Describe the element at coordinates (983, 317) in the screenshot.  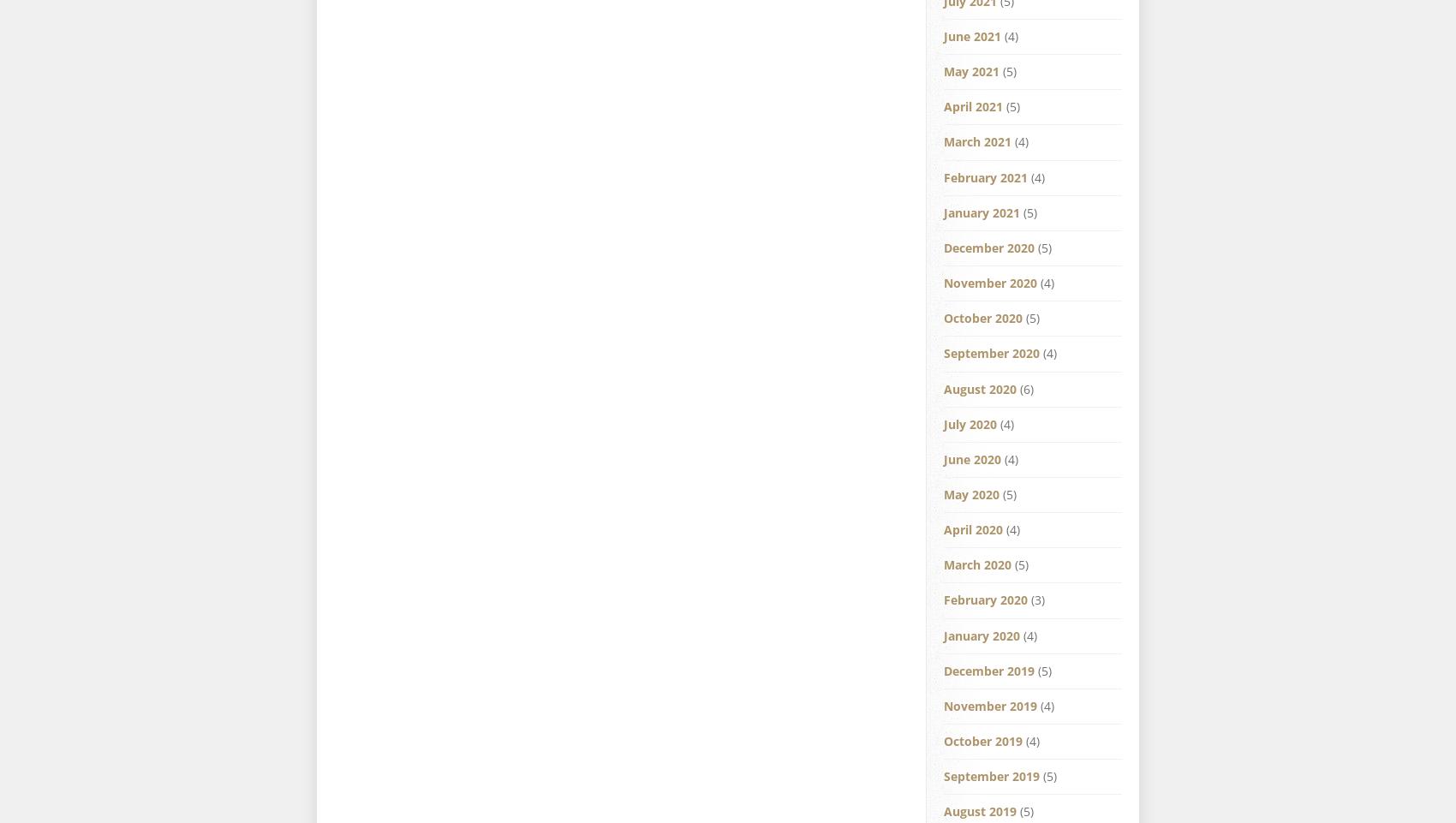
I see `'October 2020'` at that location.